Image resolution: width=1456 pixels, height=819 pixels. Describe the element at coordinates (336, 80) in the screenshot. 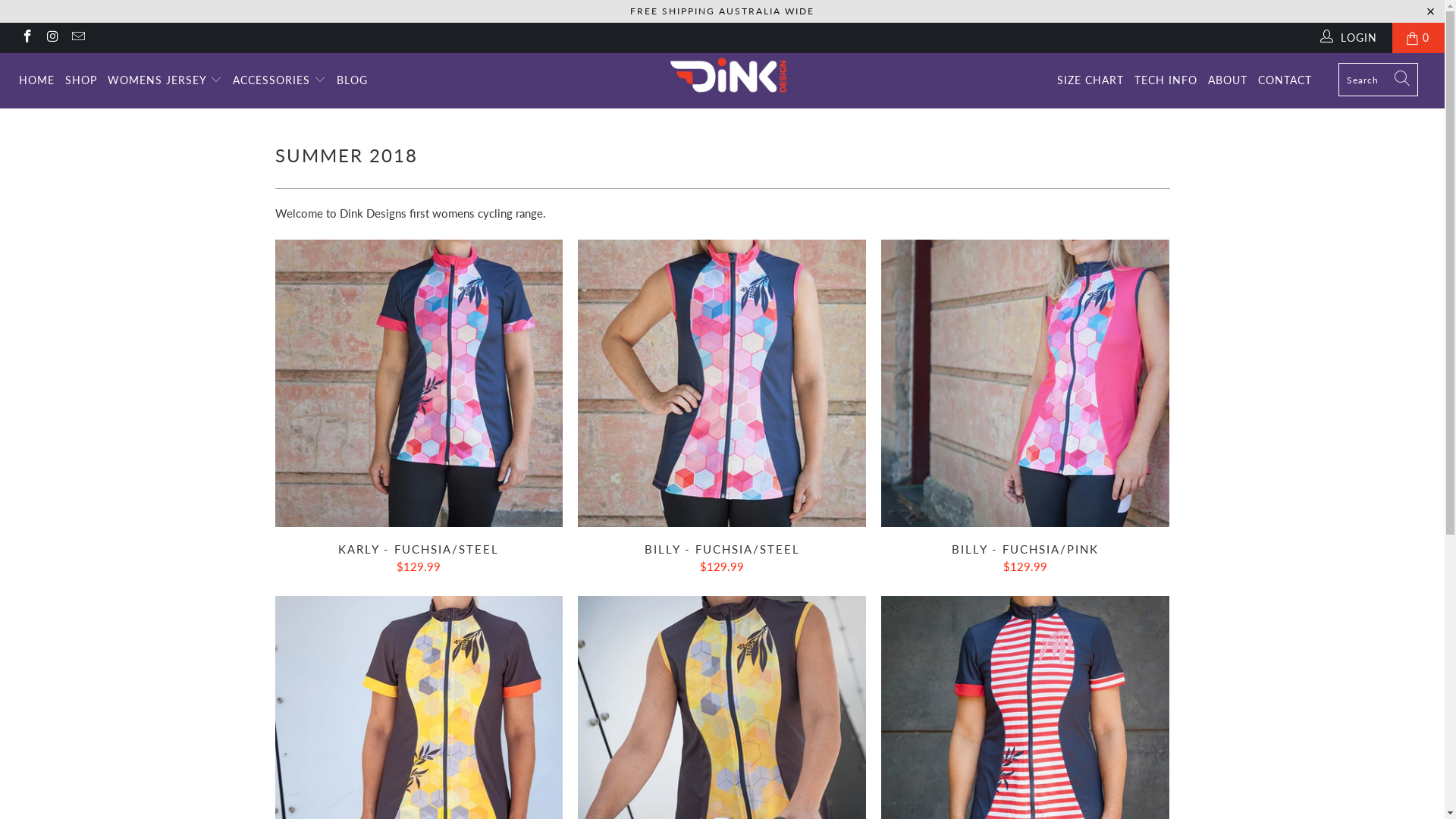

I see `'BLOG'` at that location.